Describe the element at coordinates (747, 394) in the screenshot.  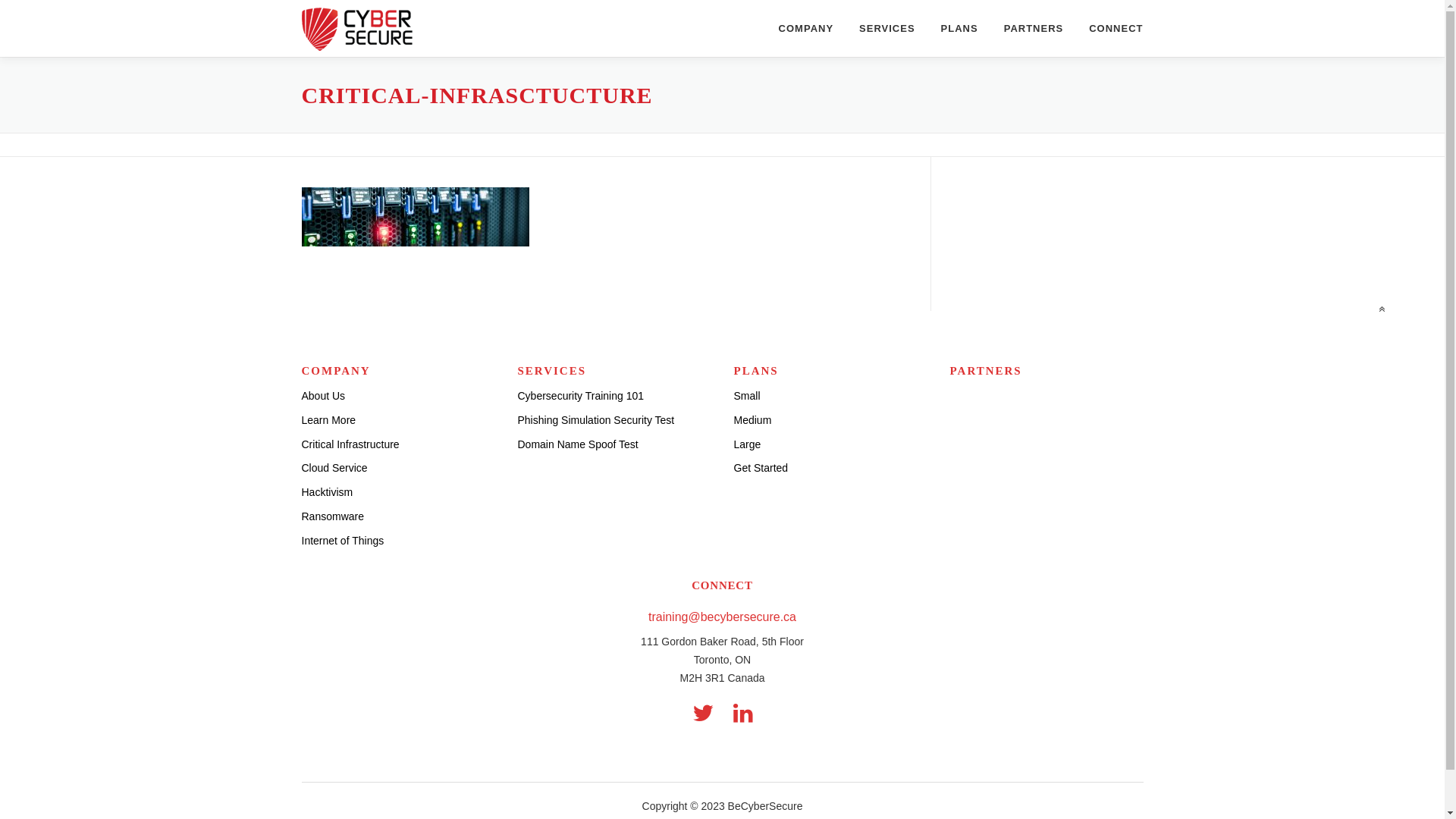
I see `'Small'` at that location.